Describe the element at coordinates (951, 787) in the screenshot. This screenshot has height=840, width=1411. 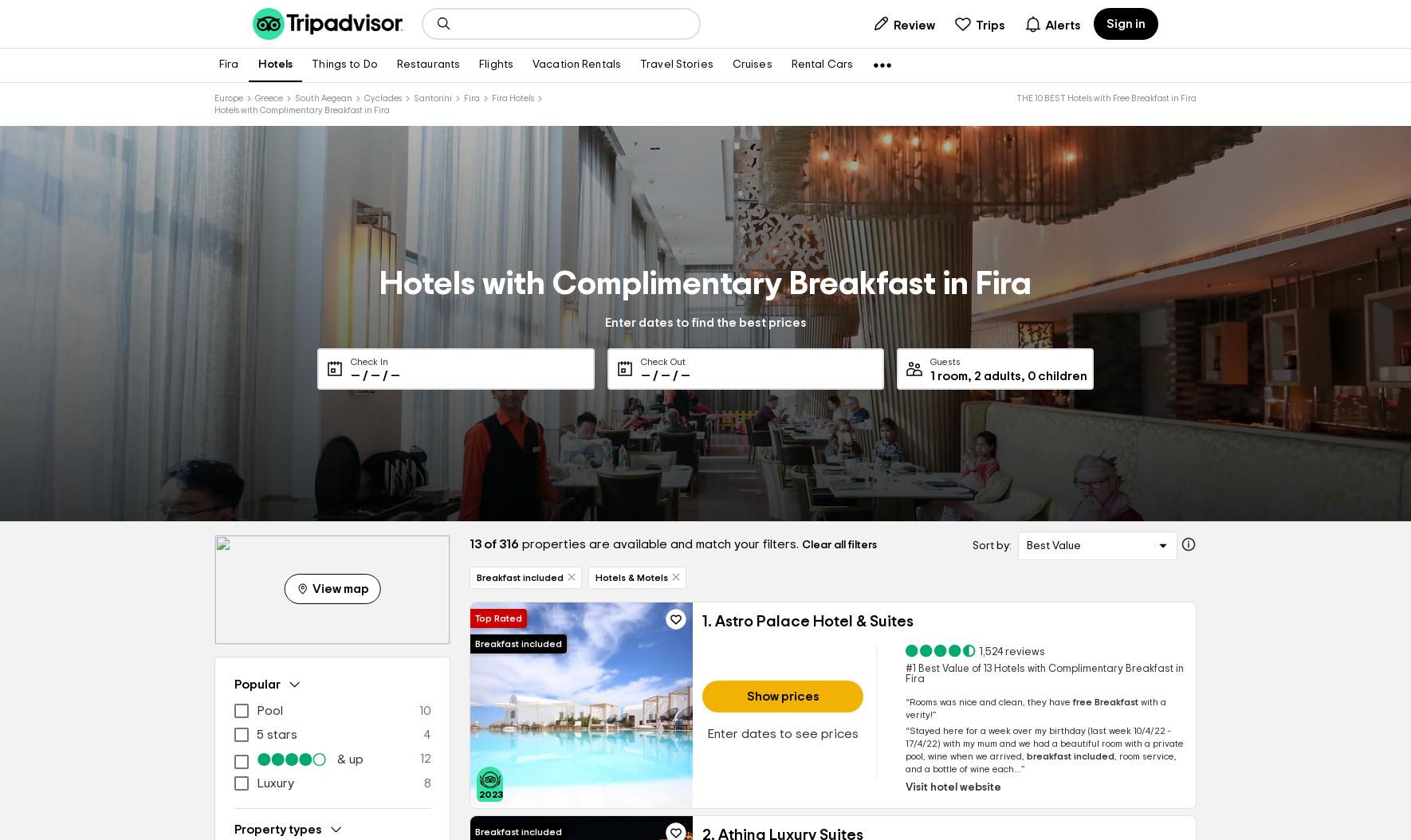
I see `'Visit hotel website'` at that location.